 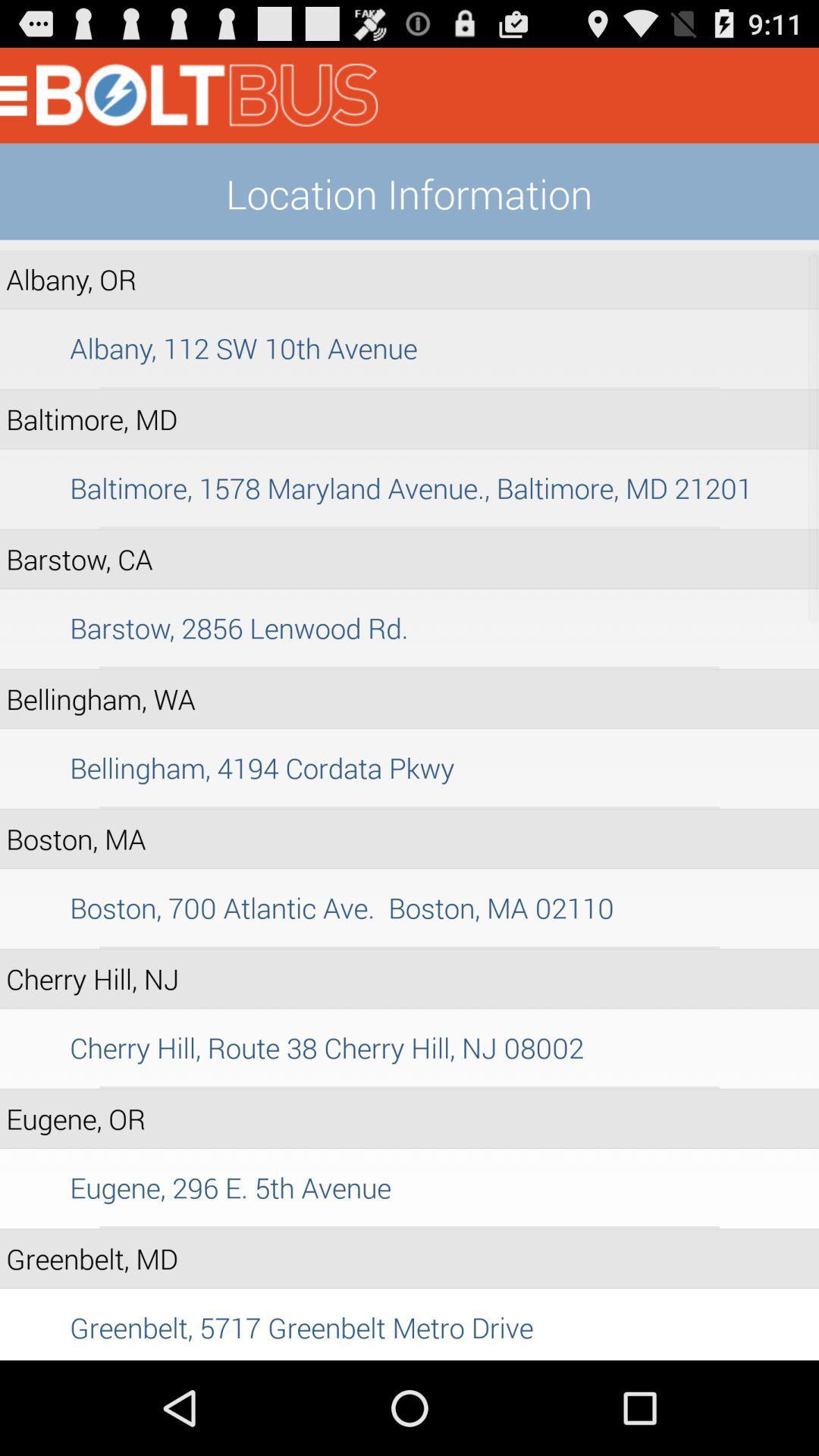 What do you see at coordinates (409, 1227) in the screenshot?
I see `the item above greenbelt, md icon` at bounding box center [409, 1227].